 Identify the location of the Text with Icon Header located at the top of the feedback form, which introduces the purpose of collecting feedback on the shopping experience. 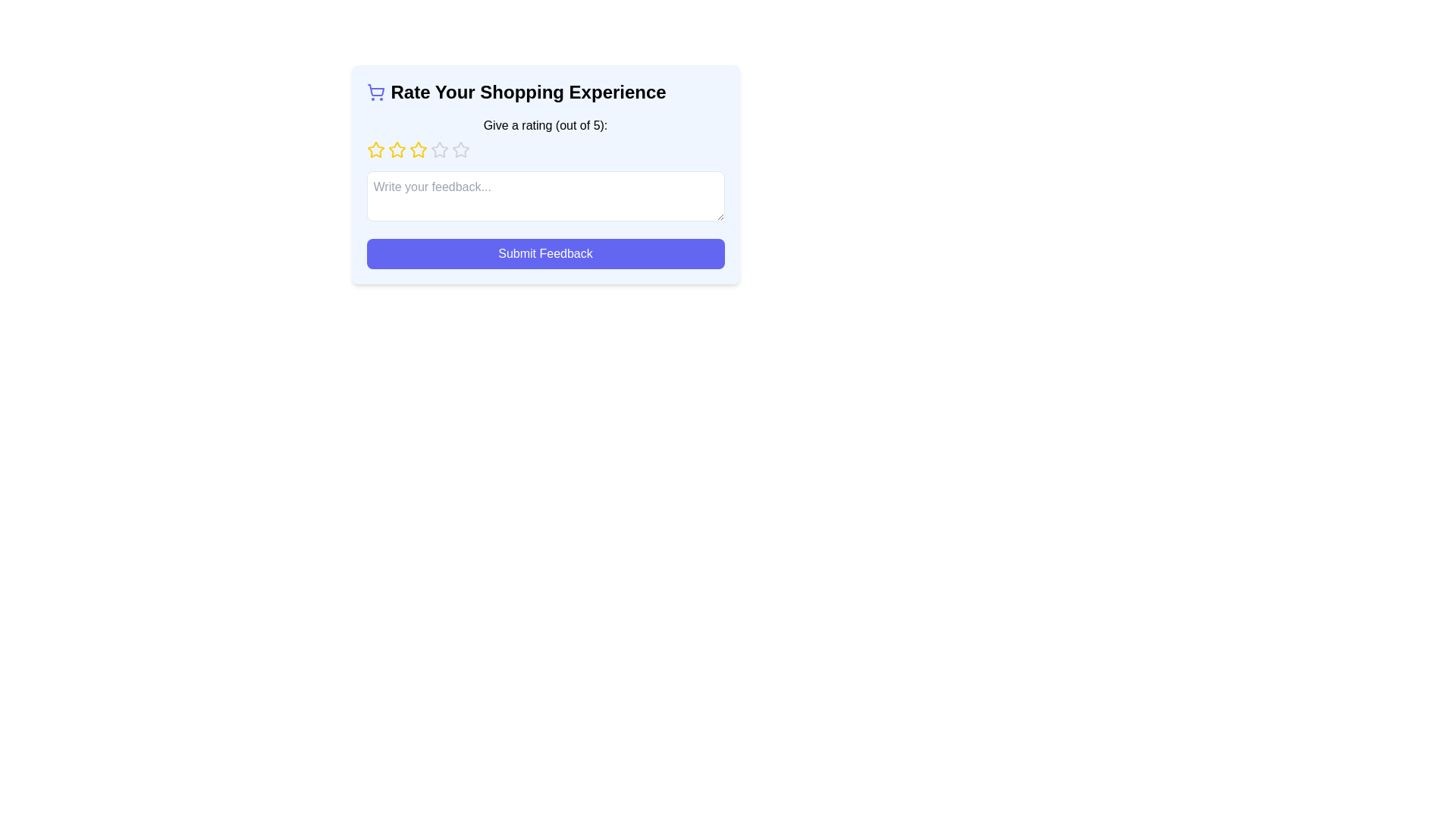
(545, 93).